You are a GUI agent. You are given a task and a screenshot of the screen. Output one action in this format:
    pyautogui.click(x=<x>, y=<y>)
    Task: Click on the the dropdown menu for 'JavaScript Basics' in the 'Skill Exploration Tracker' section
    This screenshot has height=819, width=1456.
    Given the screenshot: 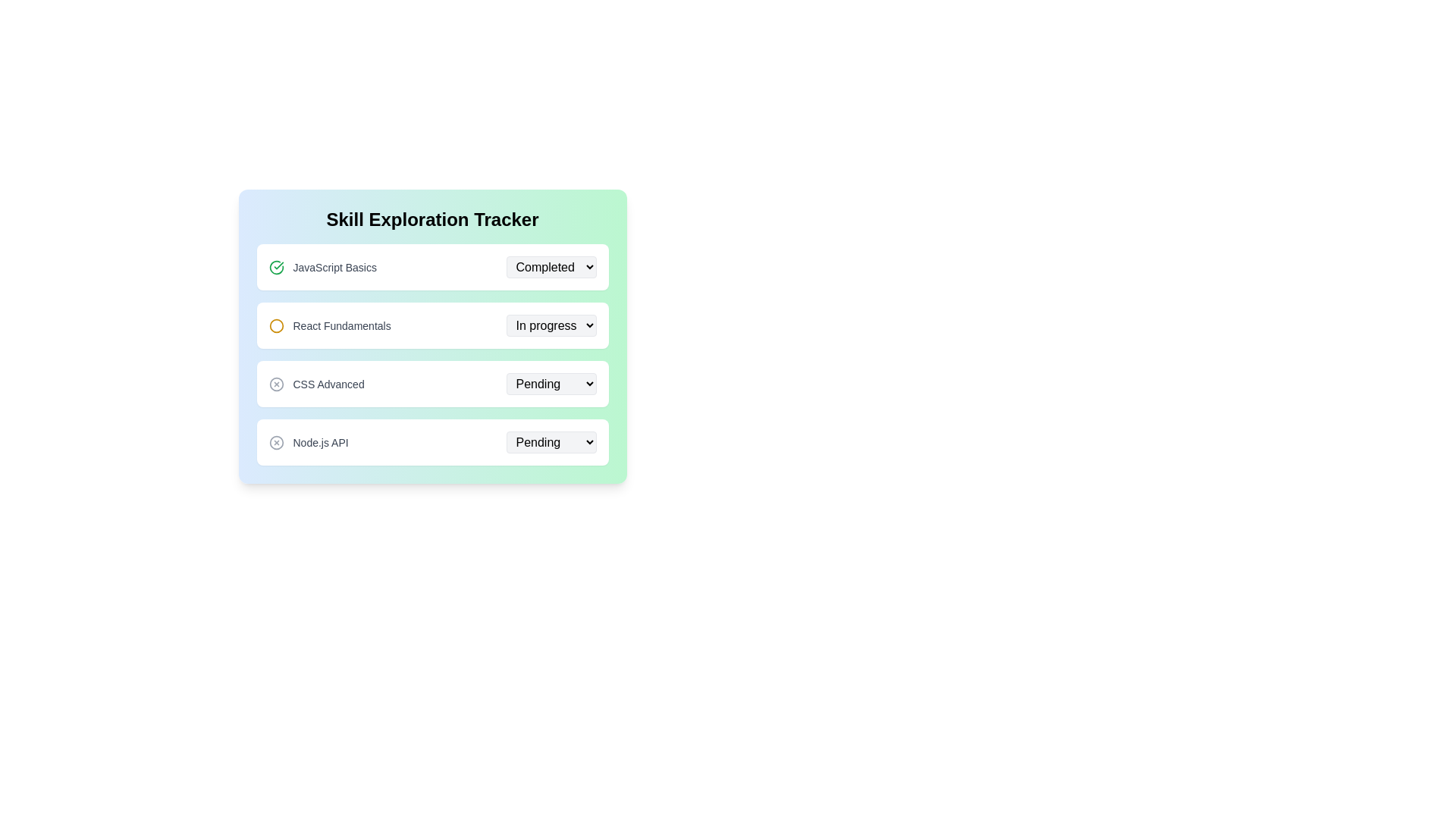 What is the action you would take?
    pyautogui.click(x=550, y=266)
    